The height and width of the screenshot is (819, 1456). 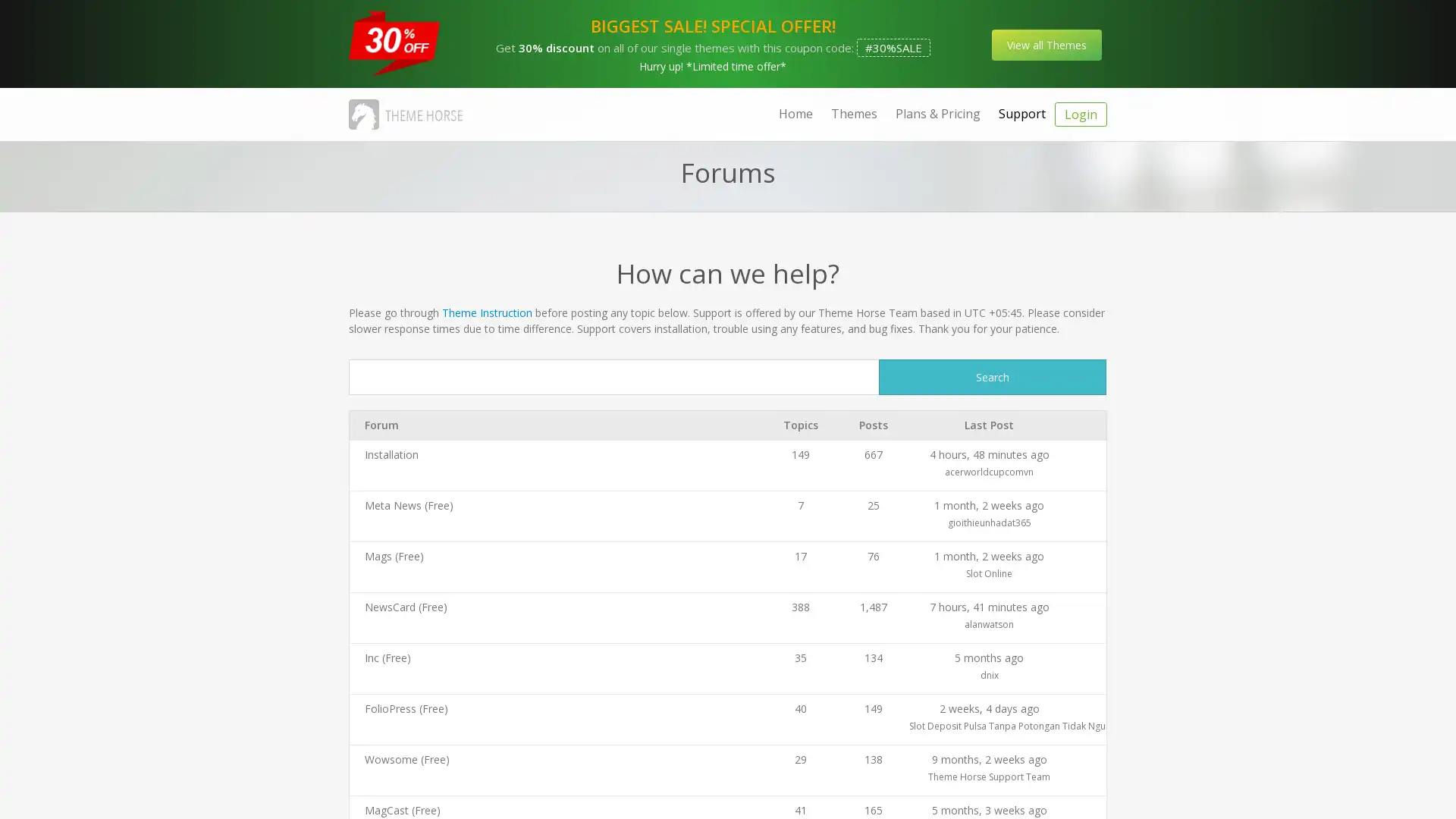 What do you see at coordinates (993, 376) in the screenshot?
I see `Search` at bounding box center [993, 376].